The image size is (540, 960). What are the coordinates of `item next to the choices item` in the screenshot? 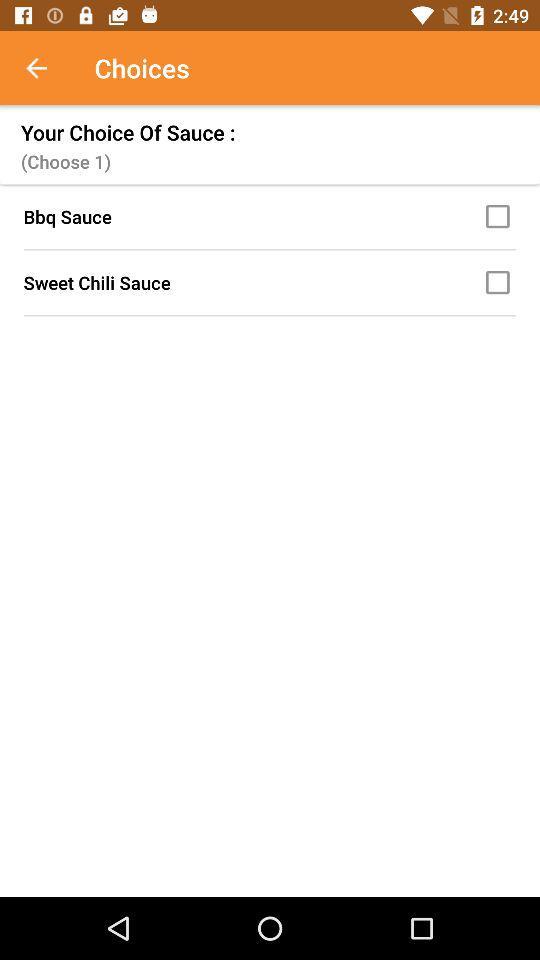 It's located at (47, 68).